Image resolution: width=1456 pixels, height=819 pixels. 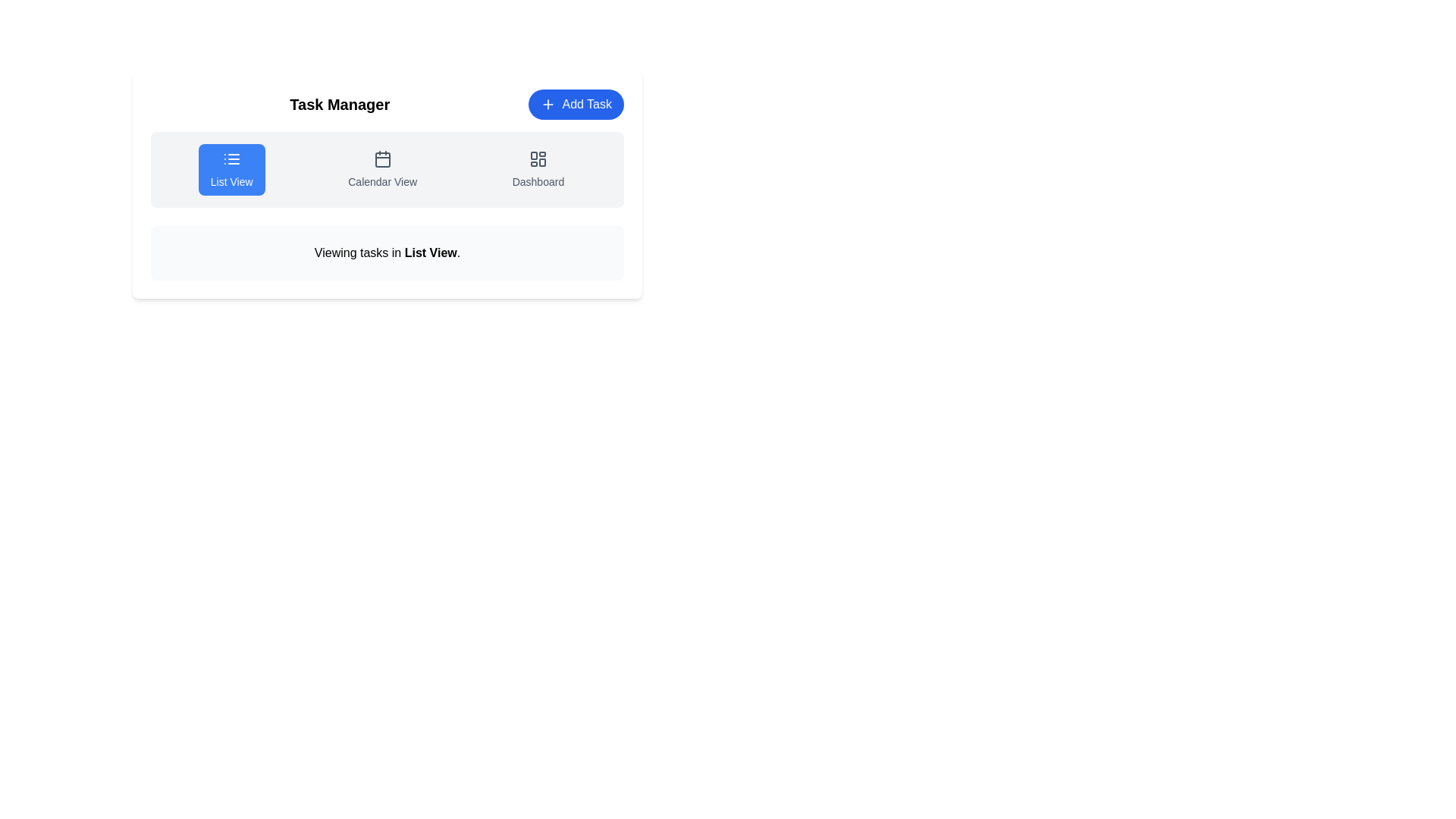 What do you see at coordinates (231, 169) in the screenshot?
I see `the 'List View' button, which has a blue background, rounded corners, and white text with a list icon` at bounding box center [231, 169].